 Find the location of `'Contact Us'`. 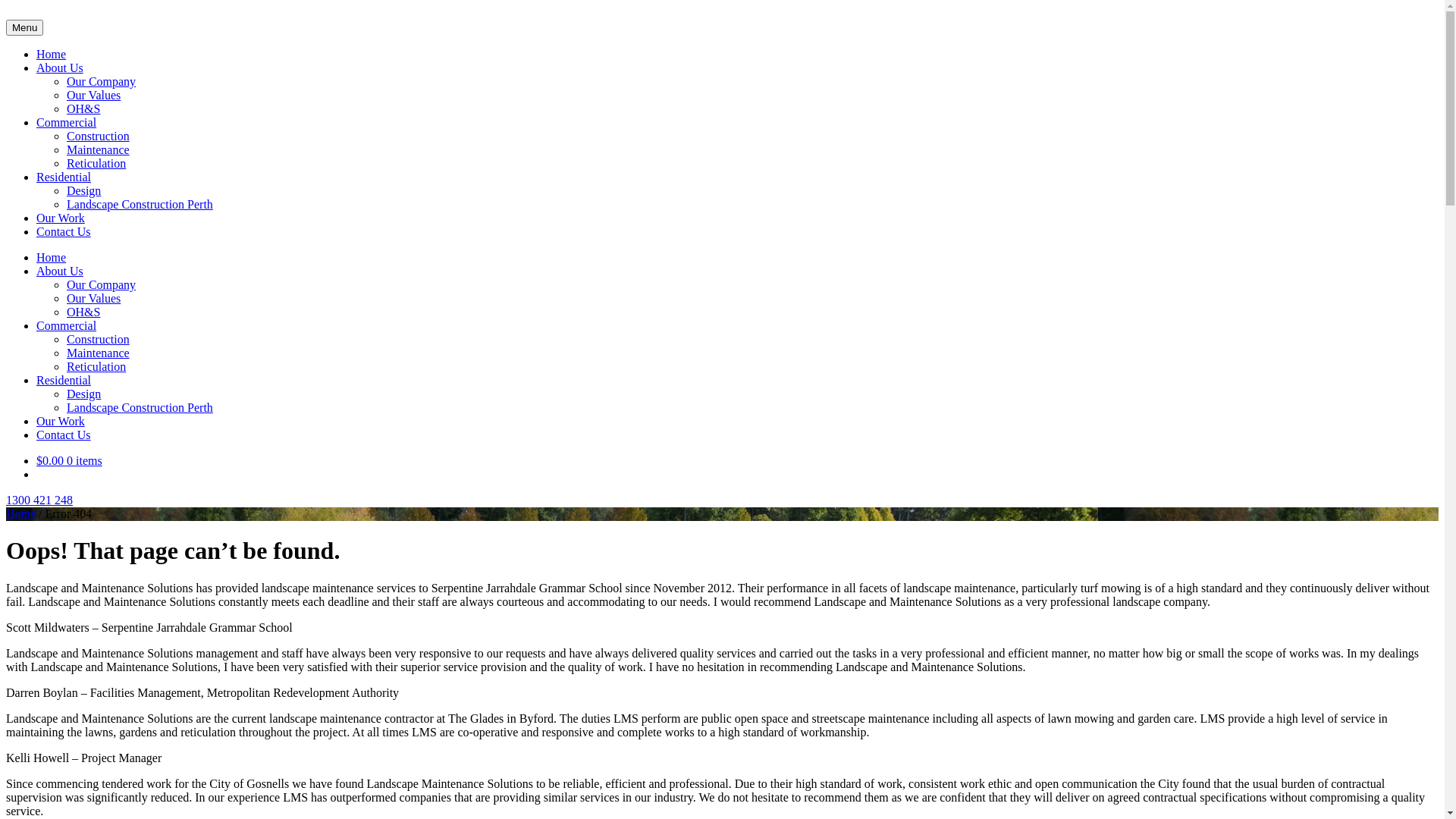

'Contact Us' is located at coordinates (36, 435).